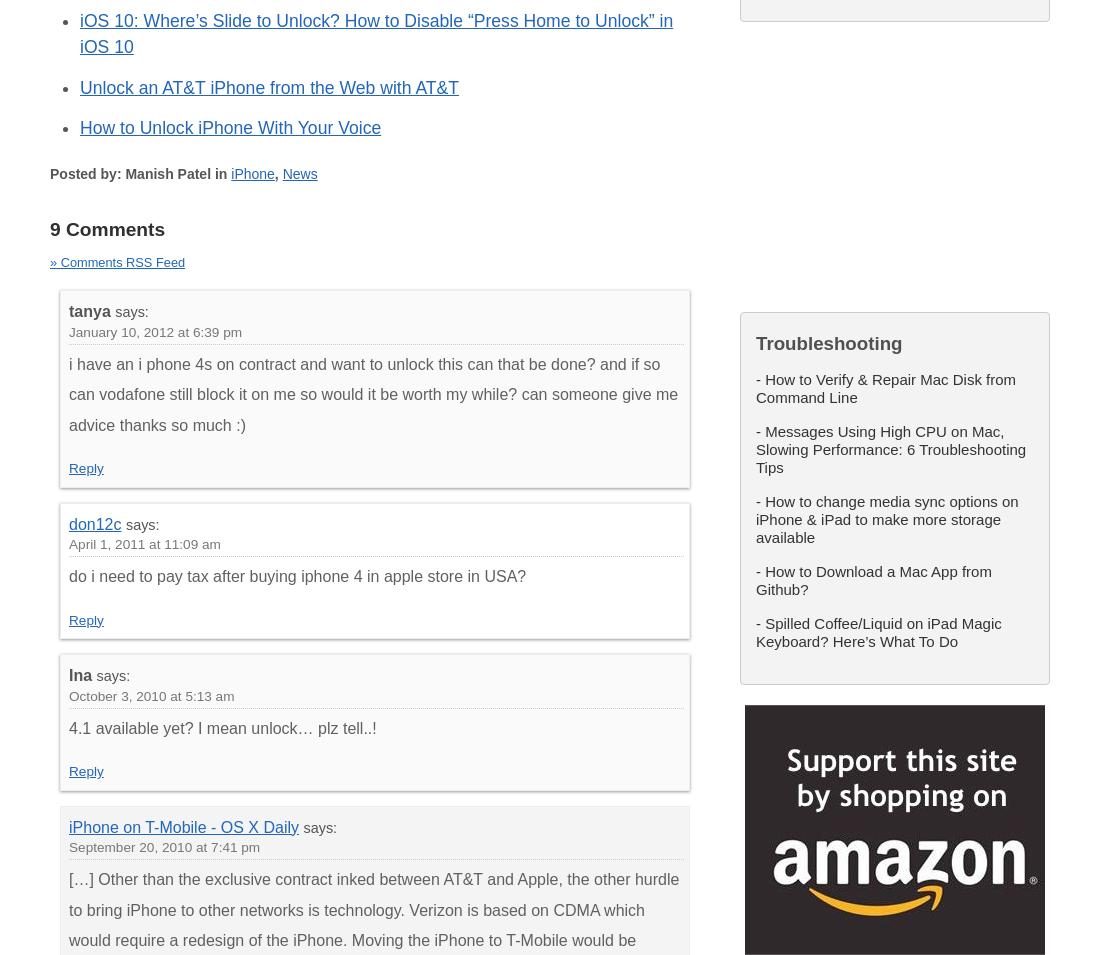  Describe the element at coordinates (296, 576) in the screenshot. I see `'do i need to pay tax after buying iphone 4 in apple store in USA?'` at that location.